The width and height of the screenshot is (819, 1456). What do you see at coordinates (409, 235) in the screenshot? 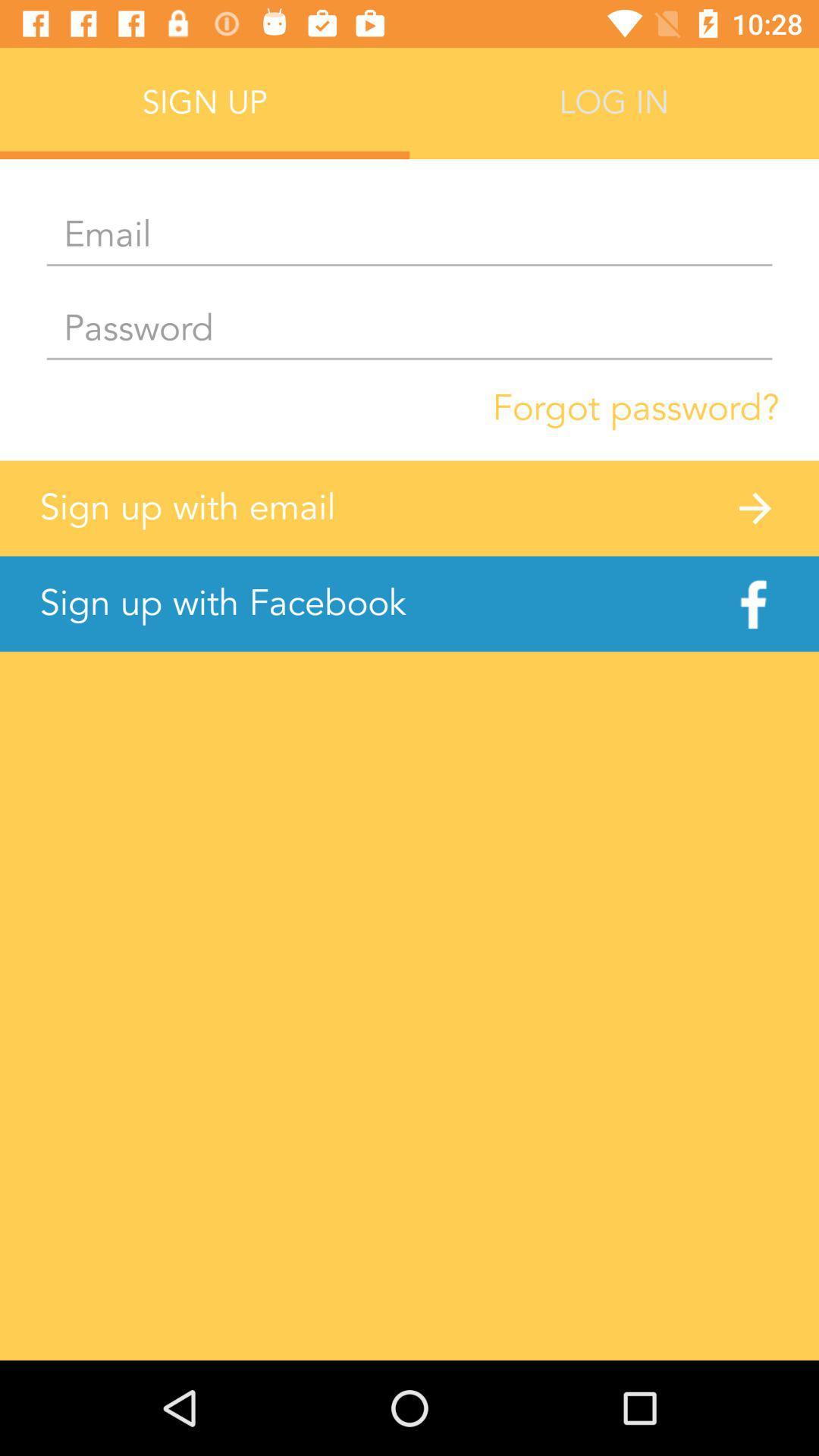
I see `email` at bounding box center [409, 235].